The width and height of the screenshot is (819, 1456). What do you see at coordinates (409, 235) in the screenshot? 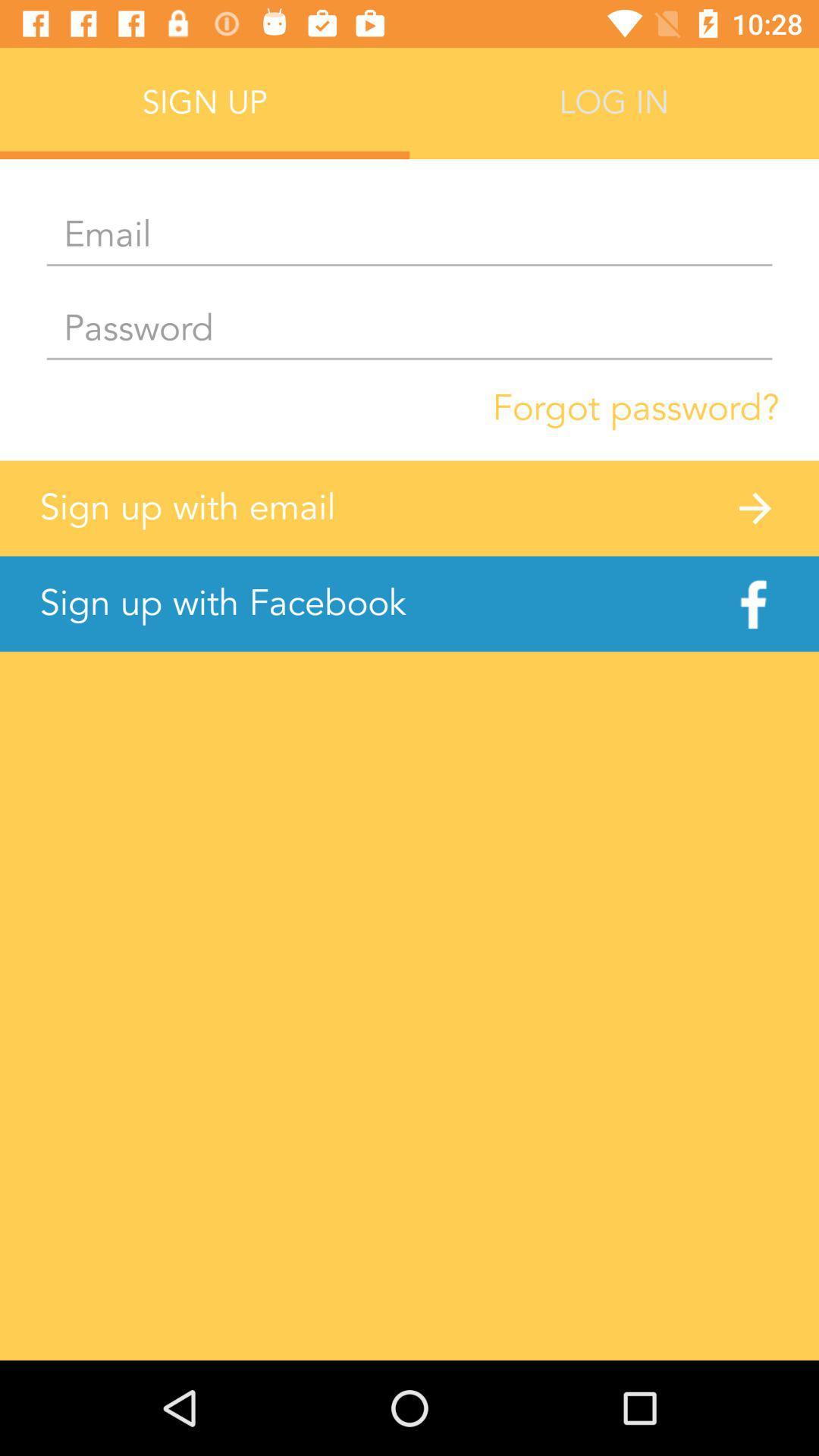
I see `email` at bounding box center [409, 235].